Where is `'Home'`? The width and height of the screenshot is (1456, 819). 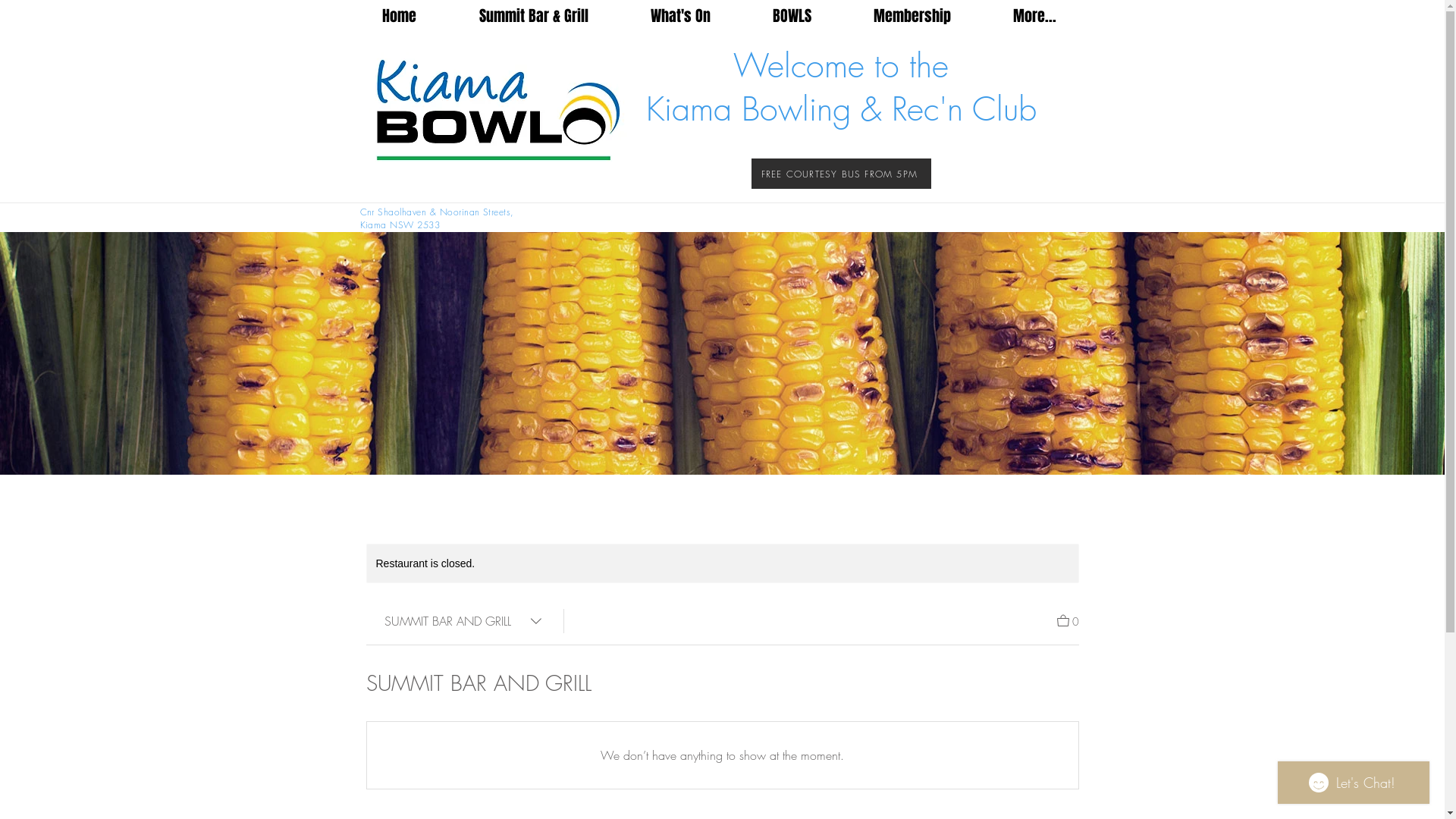 'Home' is located at coordinates (399, 16).